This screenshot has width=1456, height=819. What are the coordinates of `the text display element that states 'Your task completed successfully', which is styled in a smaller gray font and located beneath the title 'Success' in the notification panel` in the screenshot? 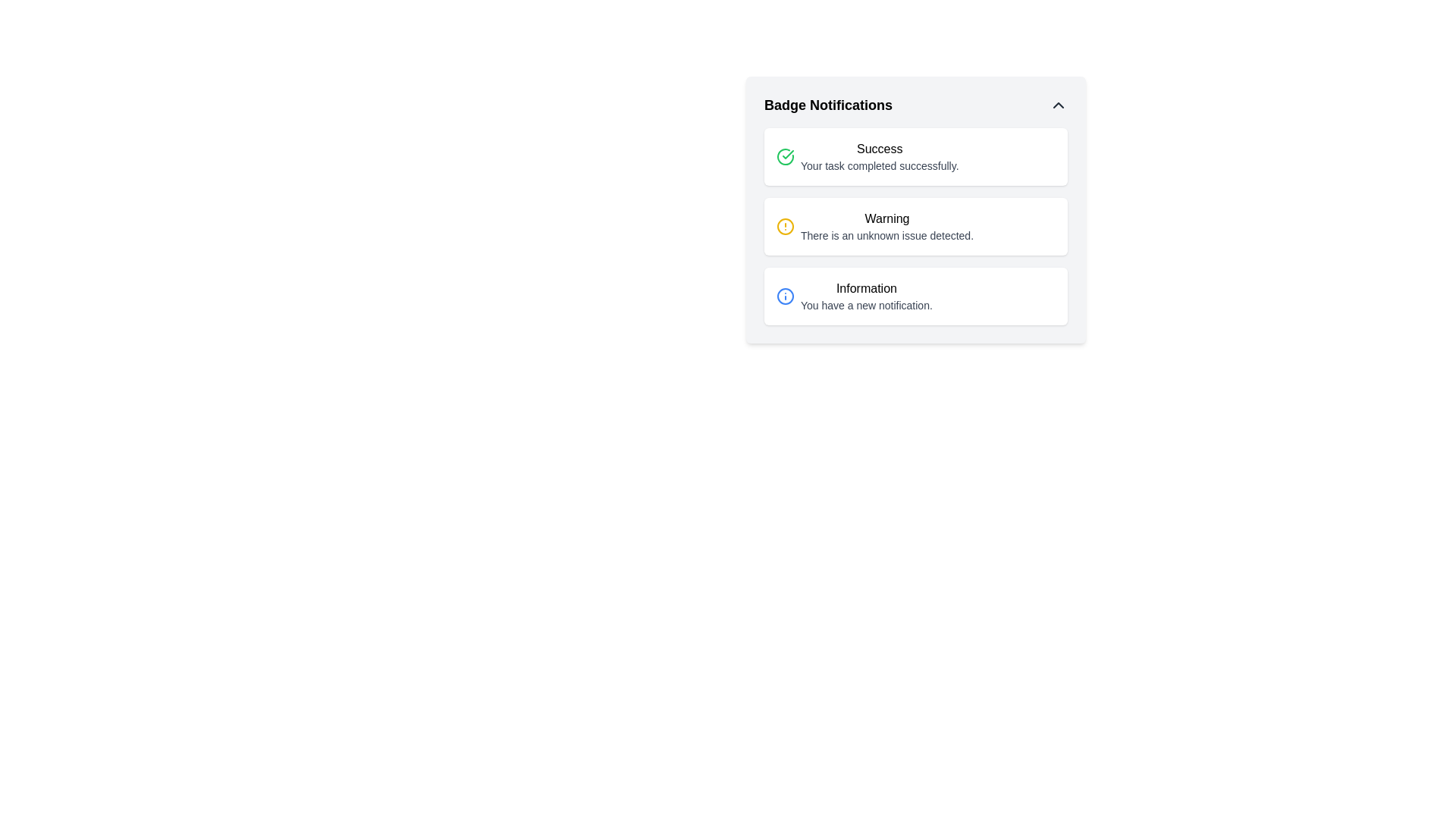 It's located at (880, 166).